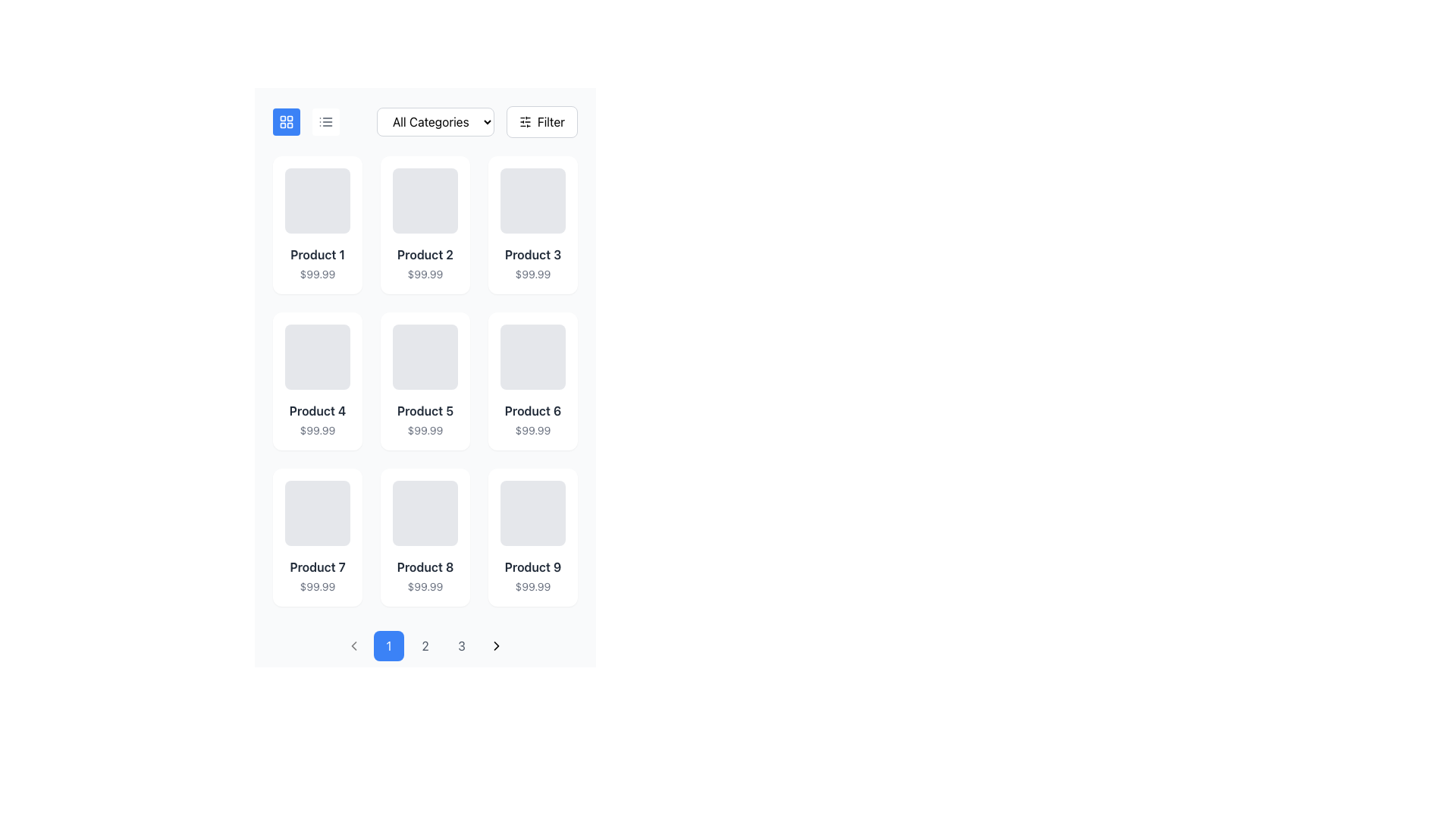 This screenshot has height=819, width=1456. What do you see at coordinates (532, 411) in the screenshot?
I see `the text label that reads 'Product 6', which is bold and dark gray, positioned above the price label in the sixth product card of a 3x3 grid layout` at bounding box center [532, 411].